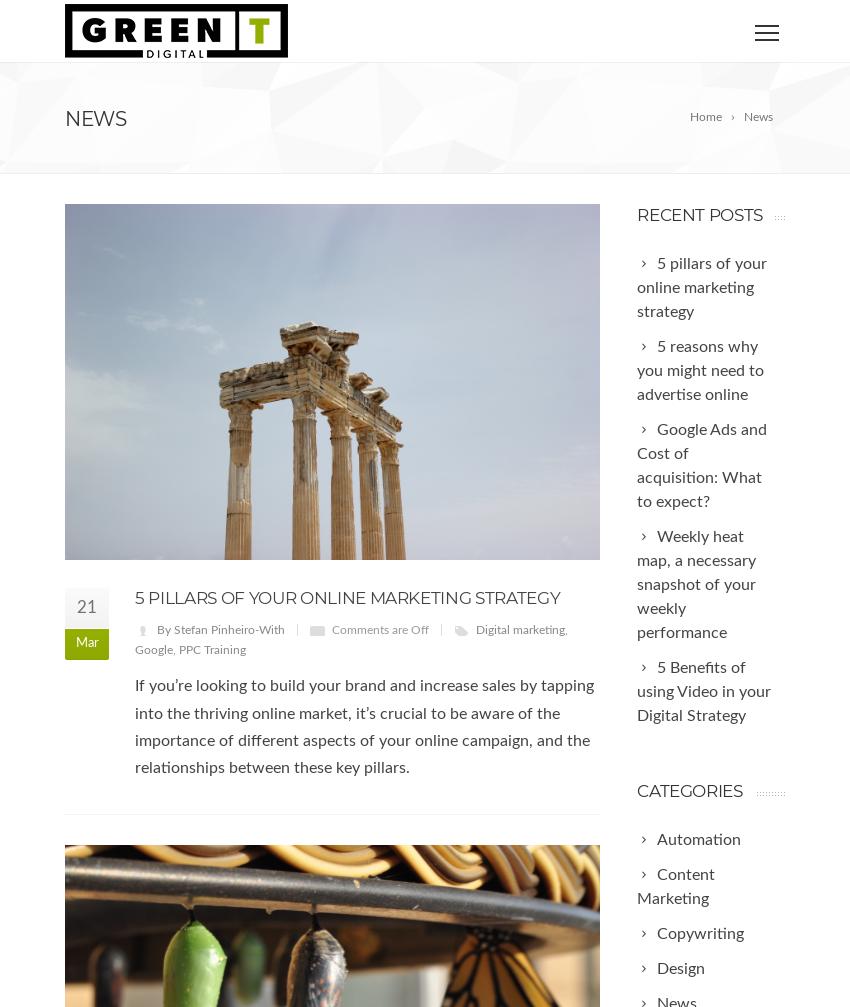 The width and height of the screenshot is (850, 1007). What do you see at coordinates (363, 725) in the screenshot?
I see `'If you’re looking to build your brand and increase sales by tapping into the thriving online market, it’s crucial to be aware of the importance of different aspects of your online campaign, and the relationships between these key pillars.'` at bounding box center [363, 725].